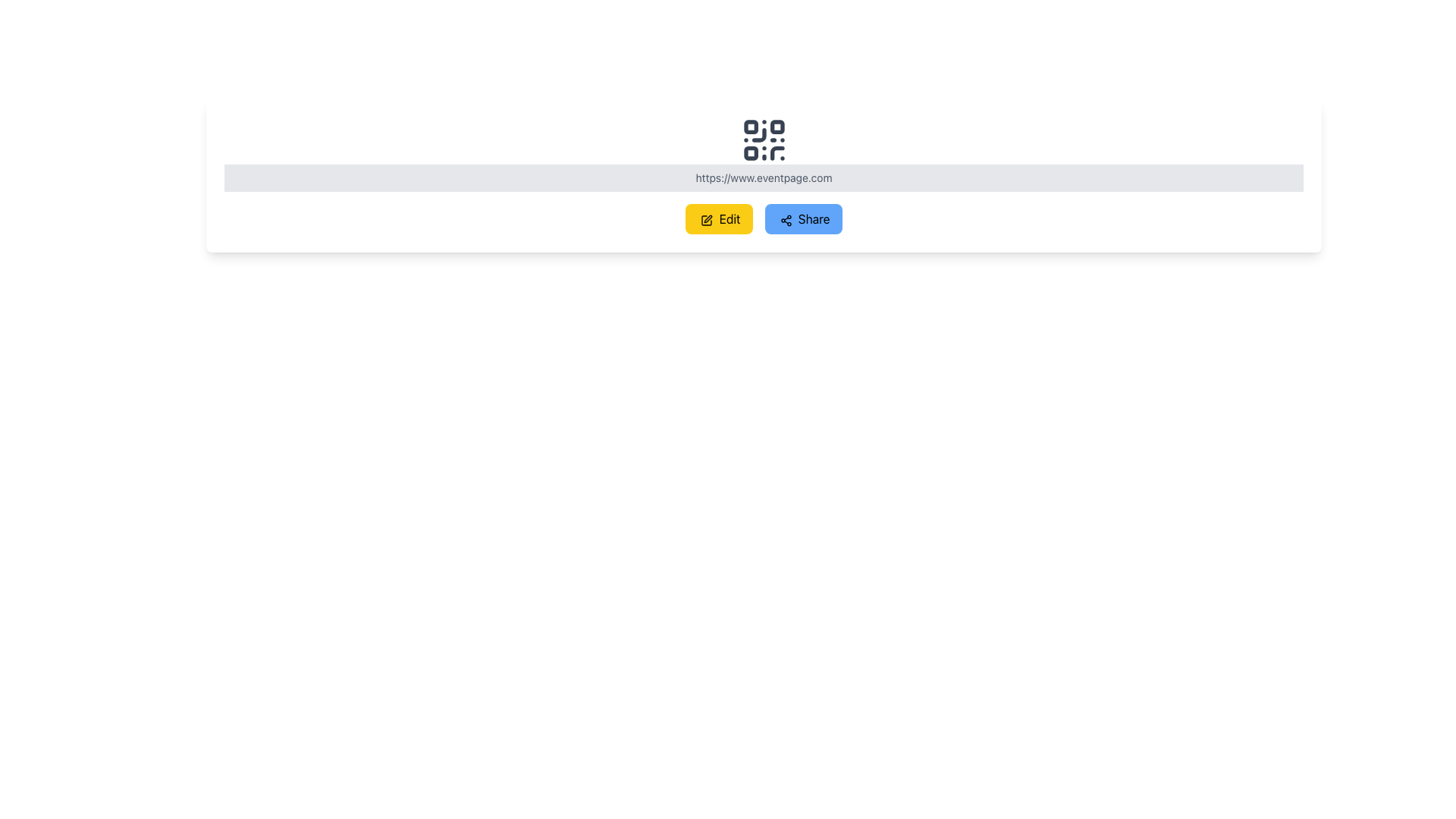 Image resolution: width=1456 pixels, height=819 pixels. Describe the element at coordinates (708, 218) in the screenshot. I see `the small vector shape icon resembling a pen, which is positioned next to the 'Edit' button in the header bar of the interface` at that location.